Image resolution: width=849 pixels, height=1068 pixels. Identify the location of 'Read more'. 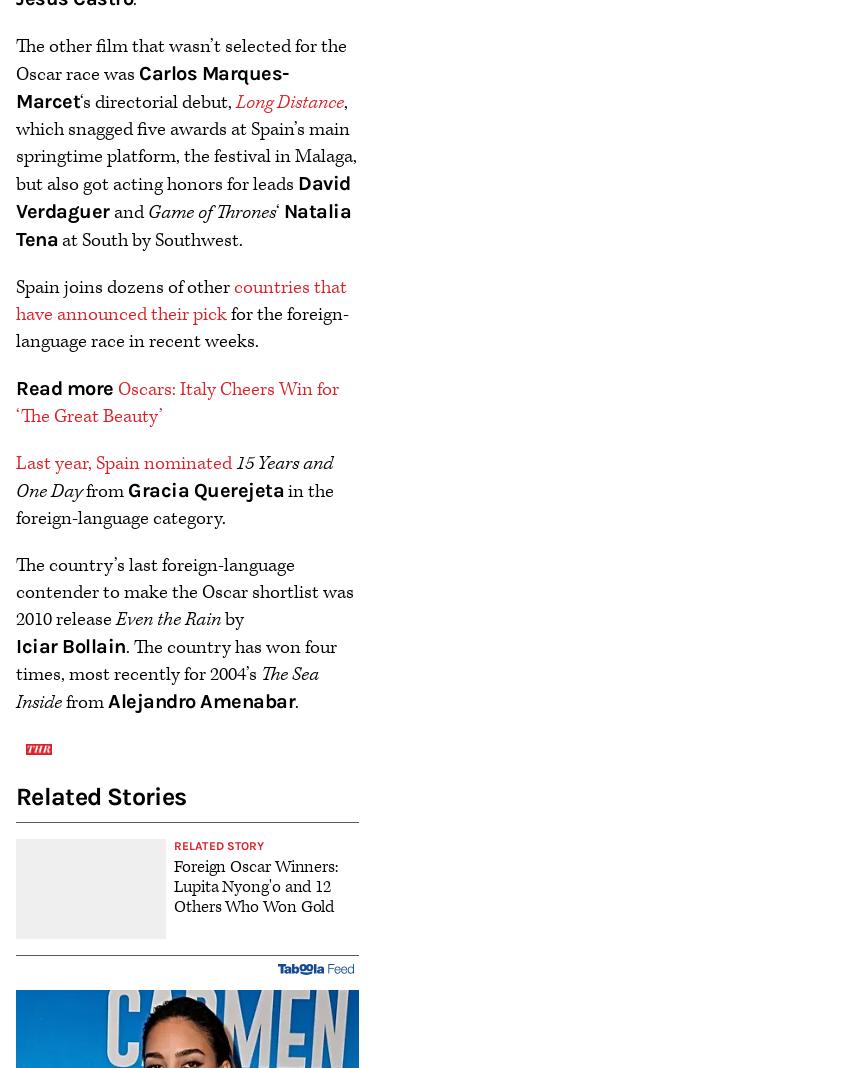
(14, 386).